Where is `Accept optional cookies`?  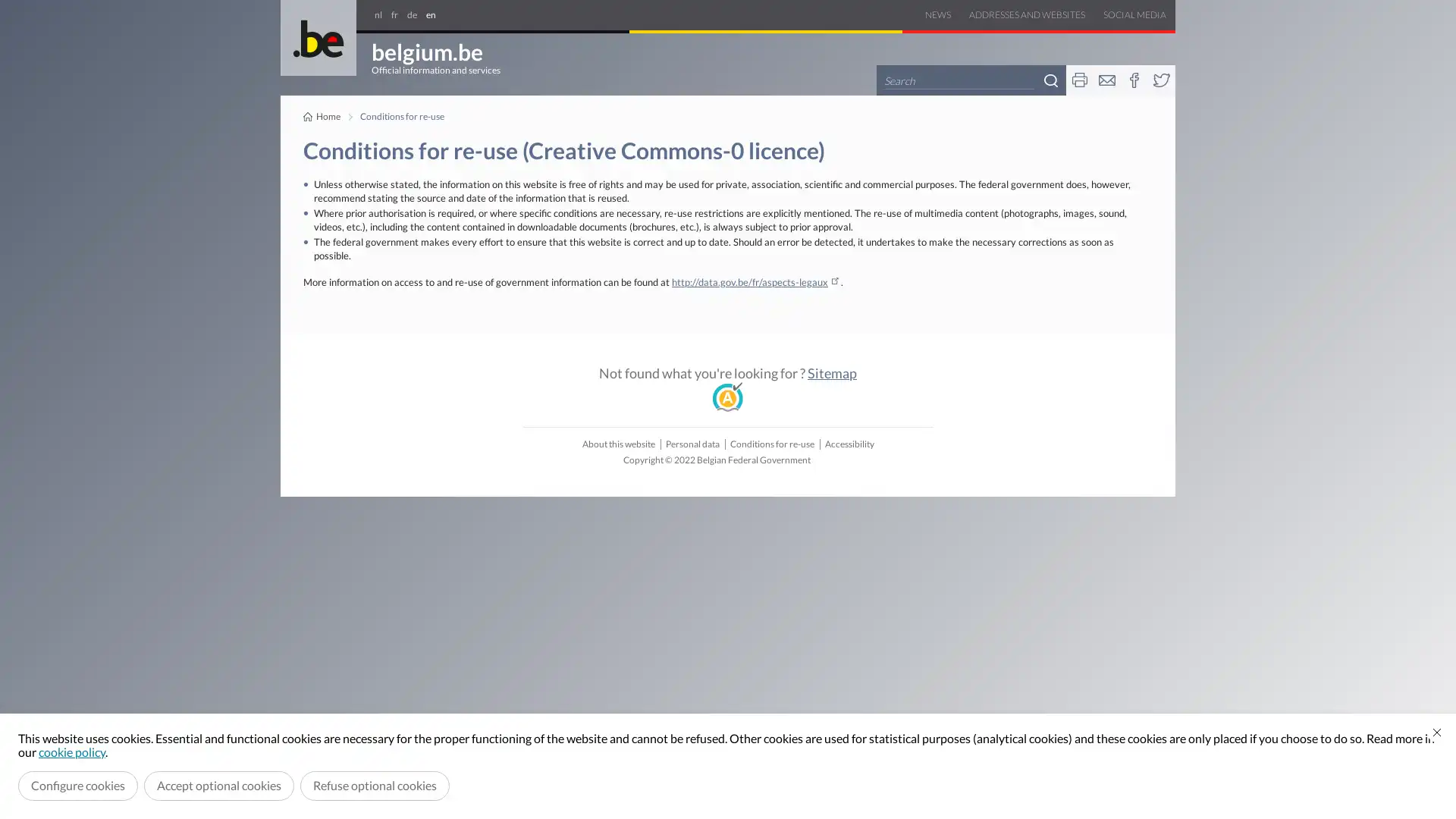
Accept optional cookies is located at coordinates (218, 785).